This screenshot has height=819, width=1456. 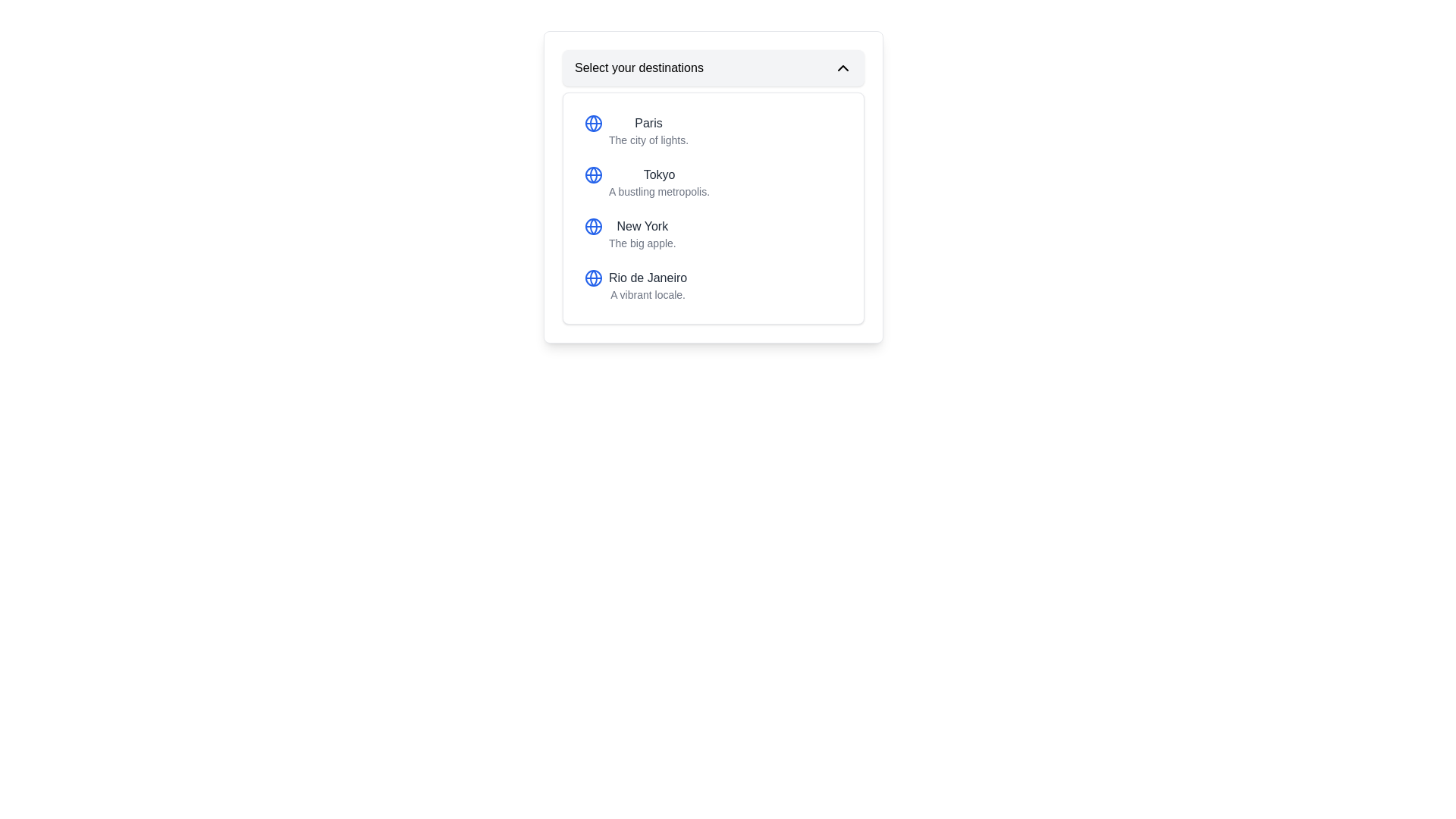 What do you see at coordinates (712, 286) in the screenshot?
I see `the 'Rio de Janeiro' option in the dropdown menu by moving the cursor to its center` at bounding box center [712, 286].